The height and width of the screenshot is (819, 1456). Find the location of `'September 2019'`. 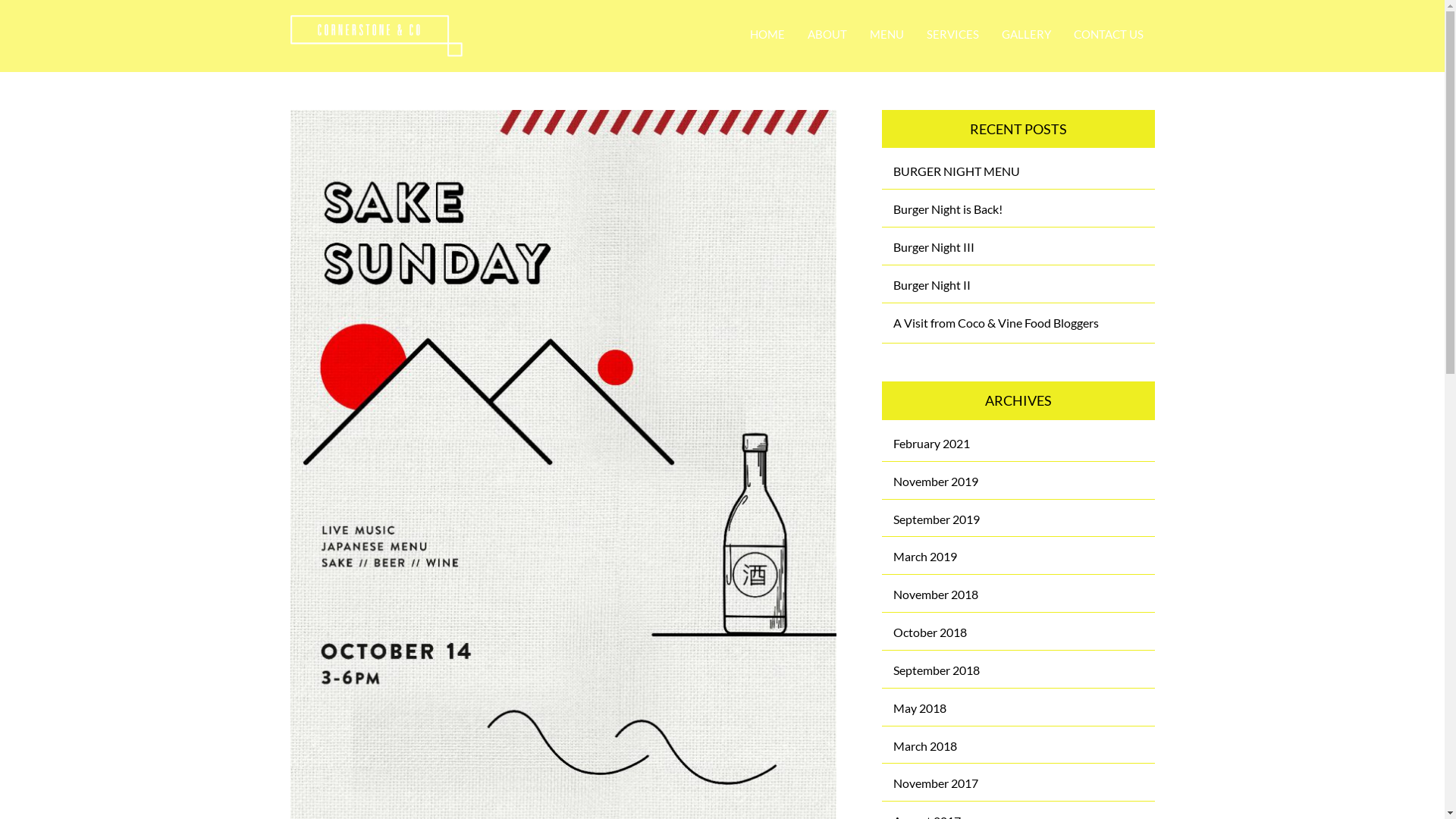

'September 2019' is located at coordinates (935, 518).